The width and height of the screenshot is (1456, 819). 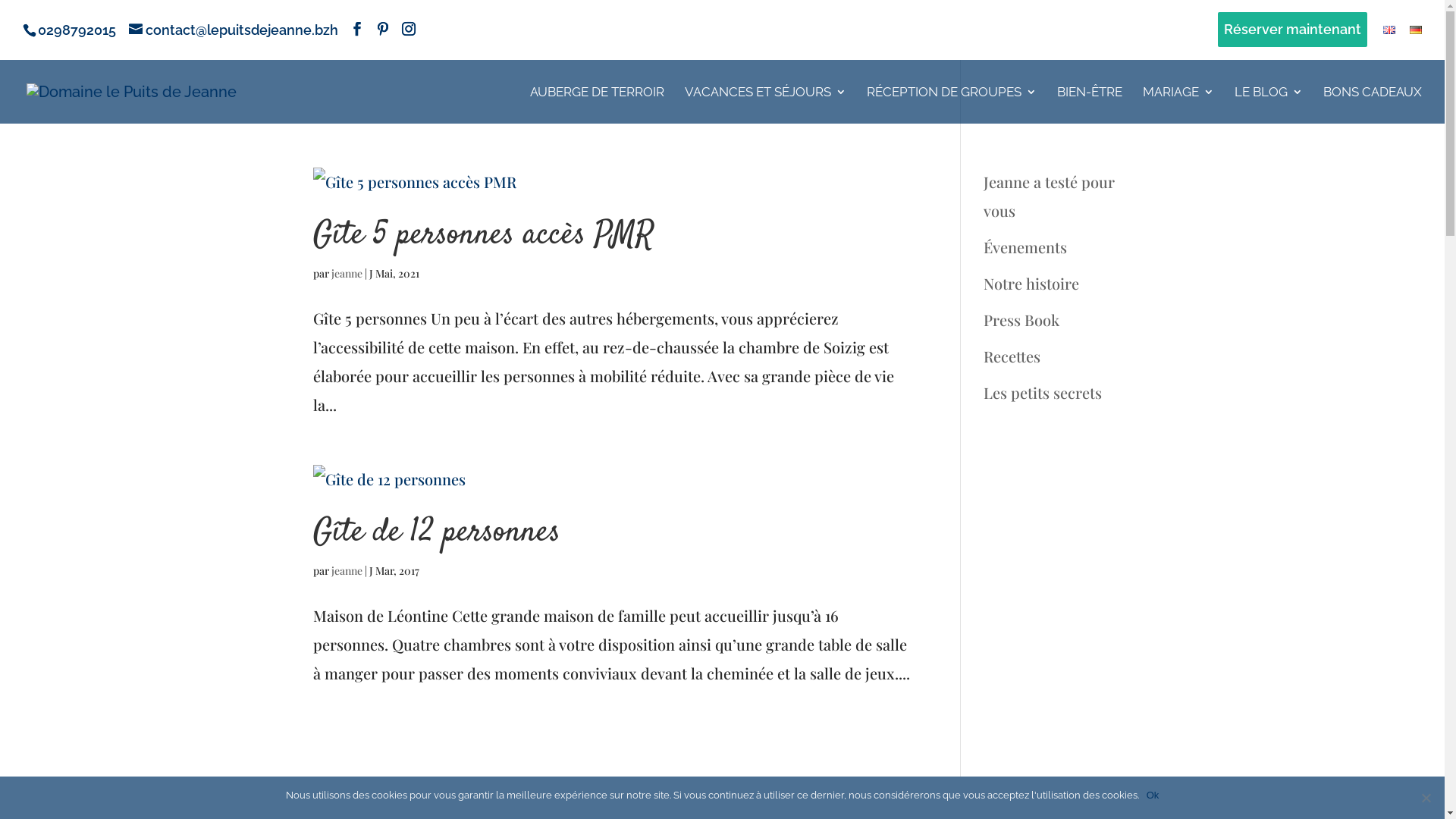 What do you see at coordinates (232, 29) in the screenshot?
I see `'contact@lepuitsdejeanne.bzh'` at bounding box center [232, 29].